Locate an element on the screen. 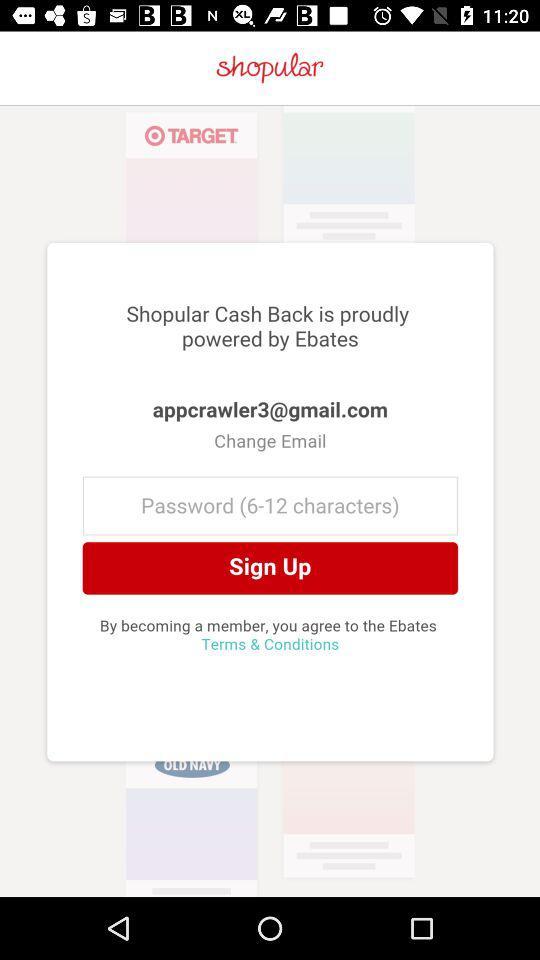 The height and width of the screenshot is (960, 540). an account is located at coordinates (270, 500).